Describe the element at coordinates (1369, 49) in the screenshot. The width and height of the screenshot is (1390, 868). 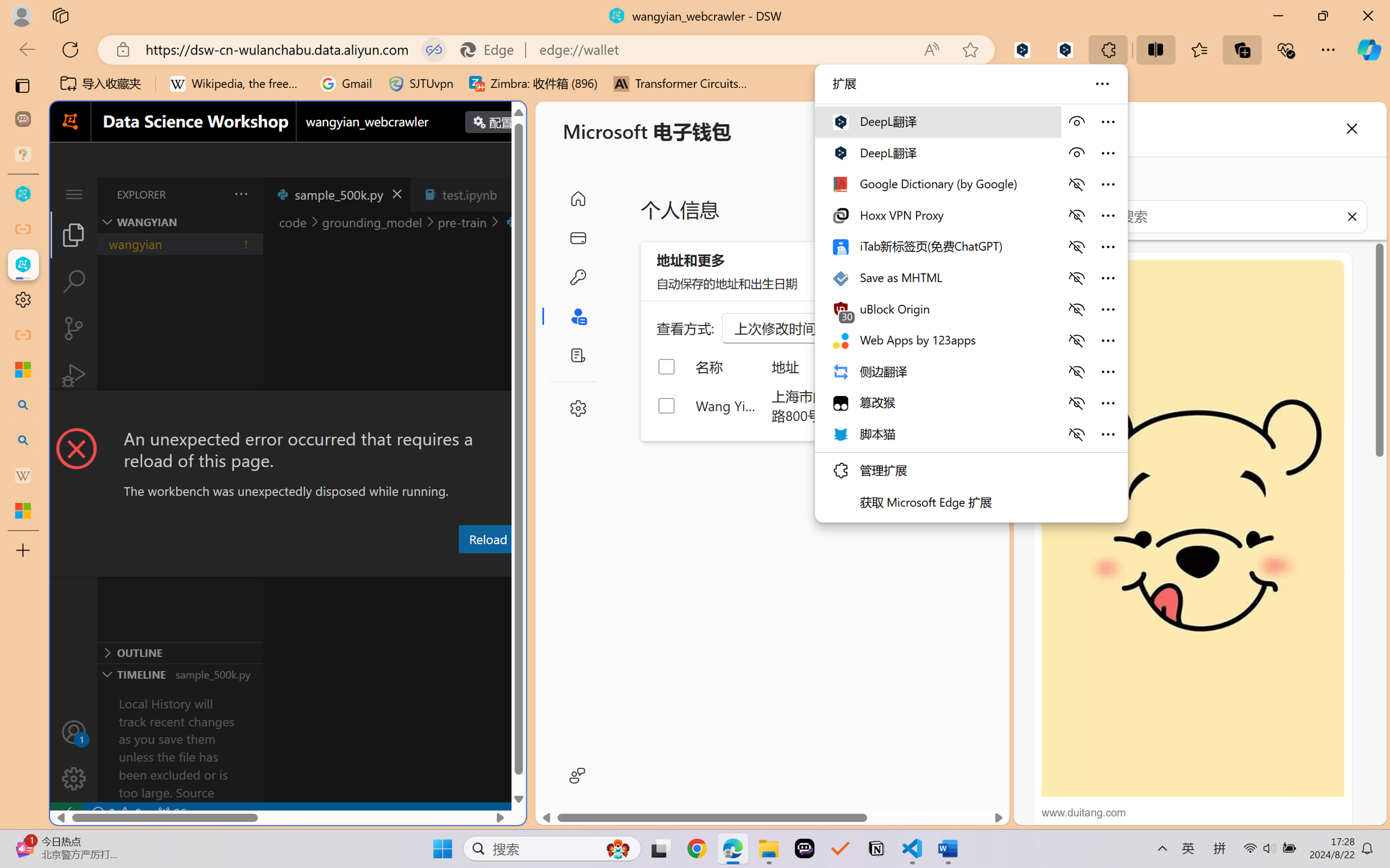
I see `'Copilot (Ctrl+Shift+.)'` at that location.